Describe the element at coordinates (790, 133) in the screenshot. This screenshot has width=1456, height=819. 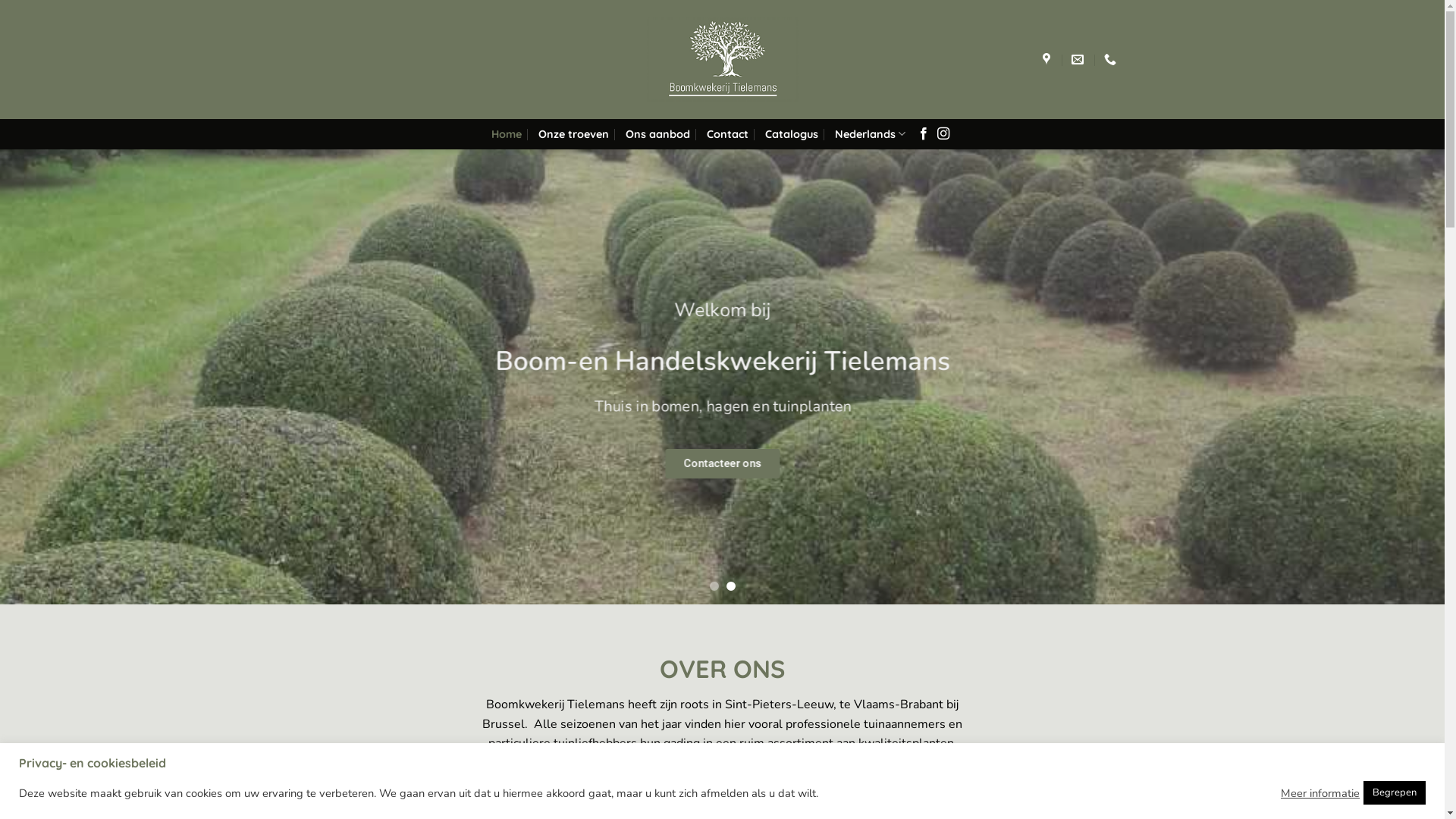
I see `'Catalogus'` at that location.